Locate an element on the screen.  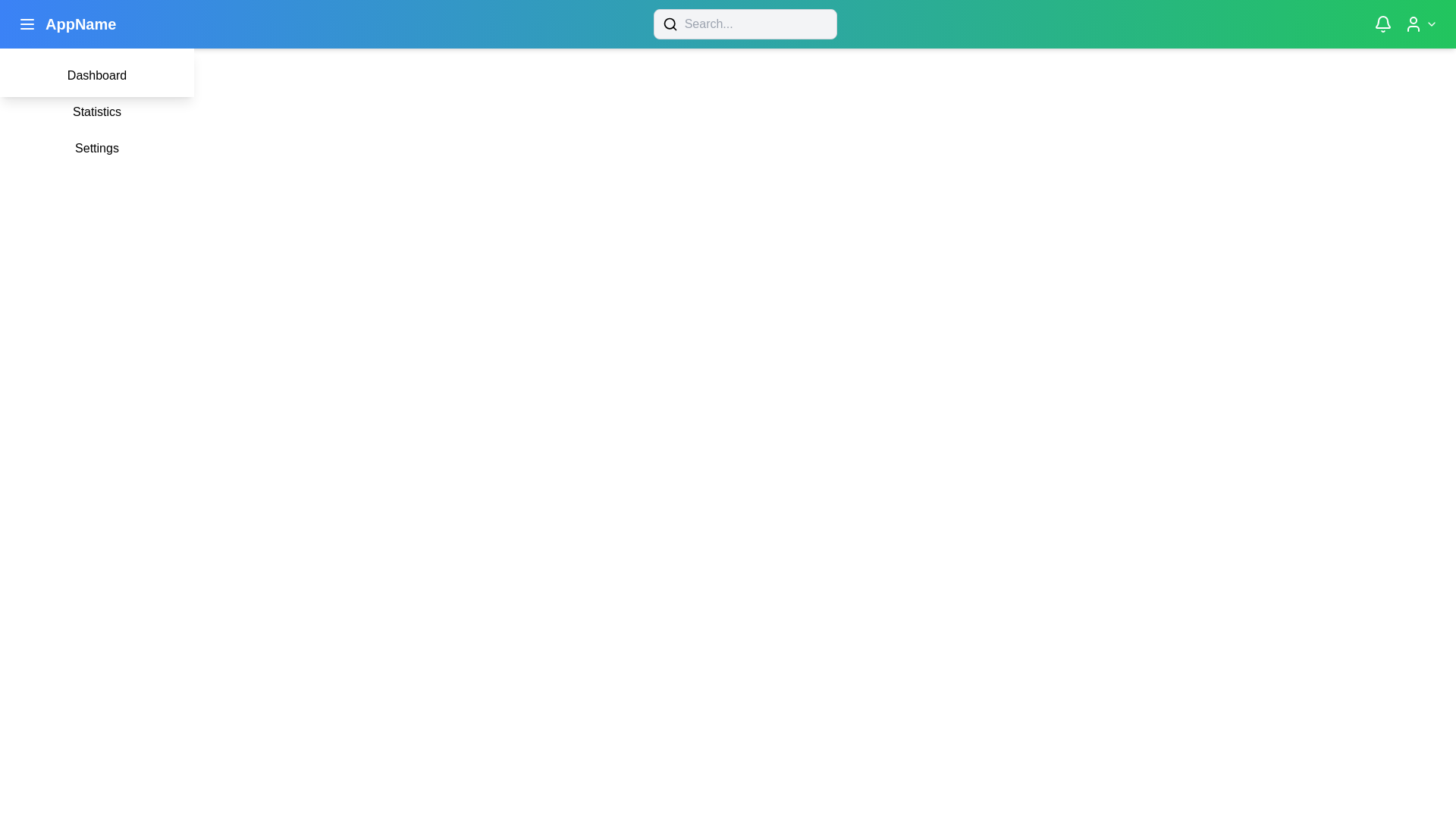
the search bar in the top navigation bar is located at coordinates (745, 24).